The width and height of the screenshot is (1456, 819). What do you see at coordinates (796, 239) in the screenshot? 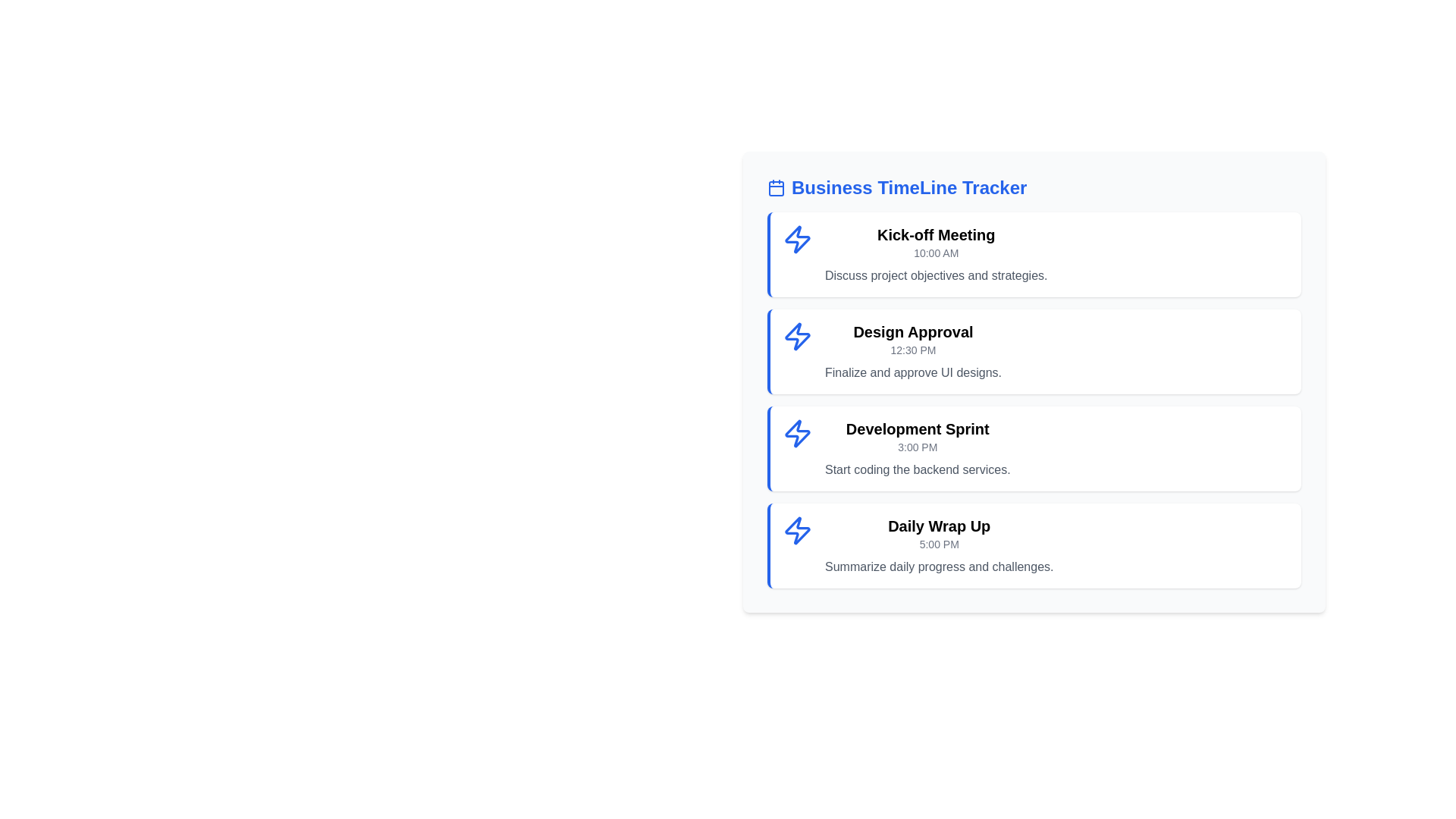
I see `the icon representing an activity or event located next to the title 'Kick-off Meeting' in the vertical list of activities` at bounding box center [796, 239].